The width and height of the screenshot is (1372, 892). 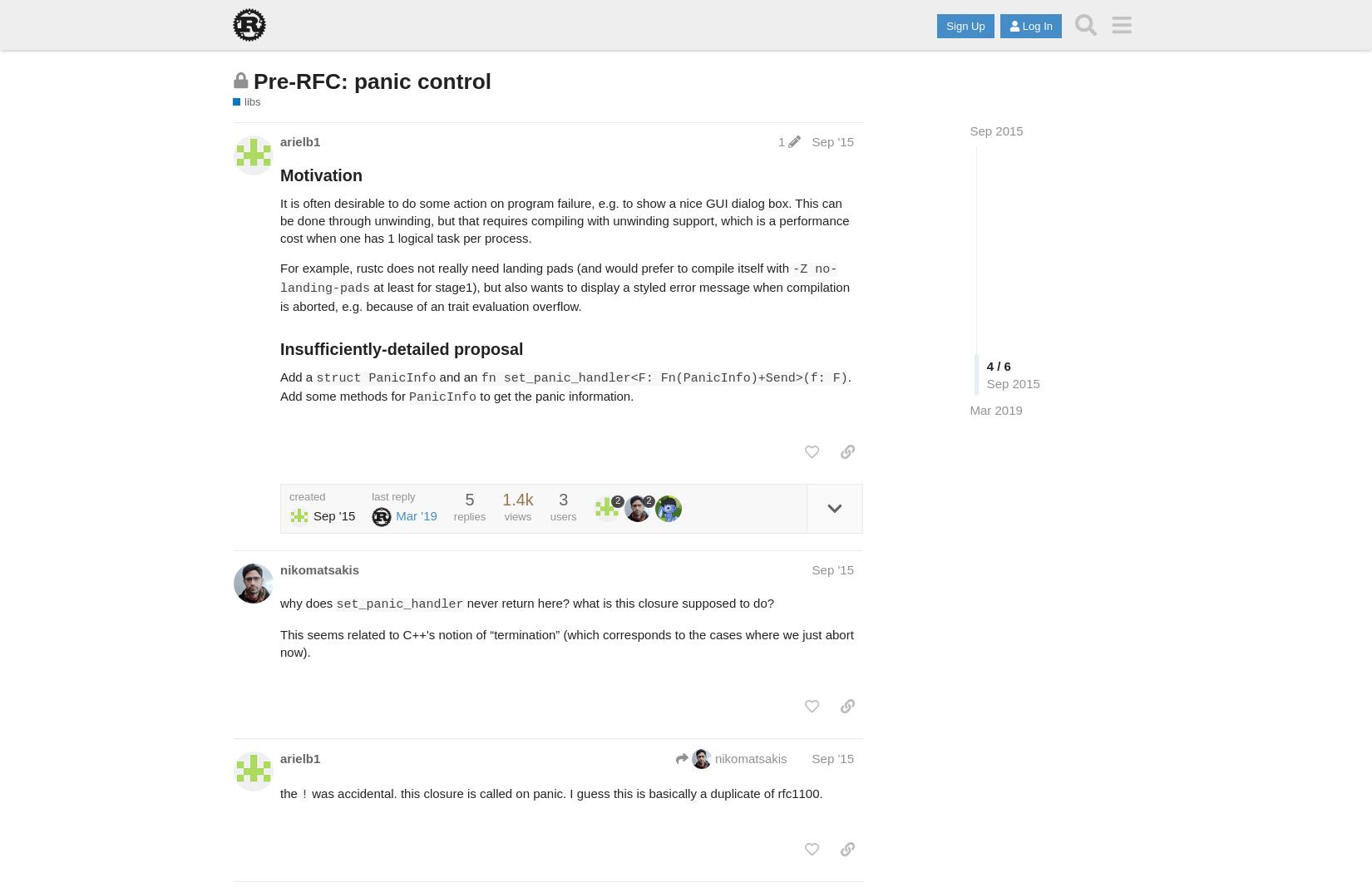 I want to click on '4 / 6', so click(x=986, y=263).